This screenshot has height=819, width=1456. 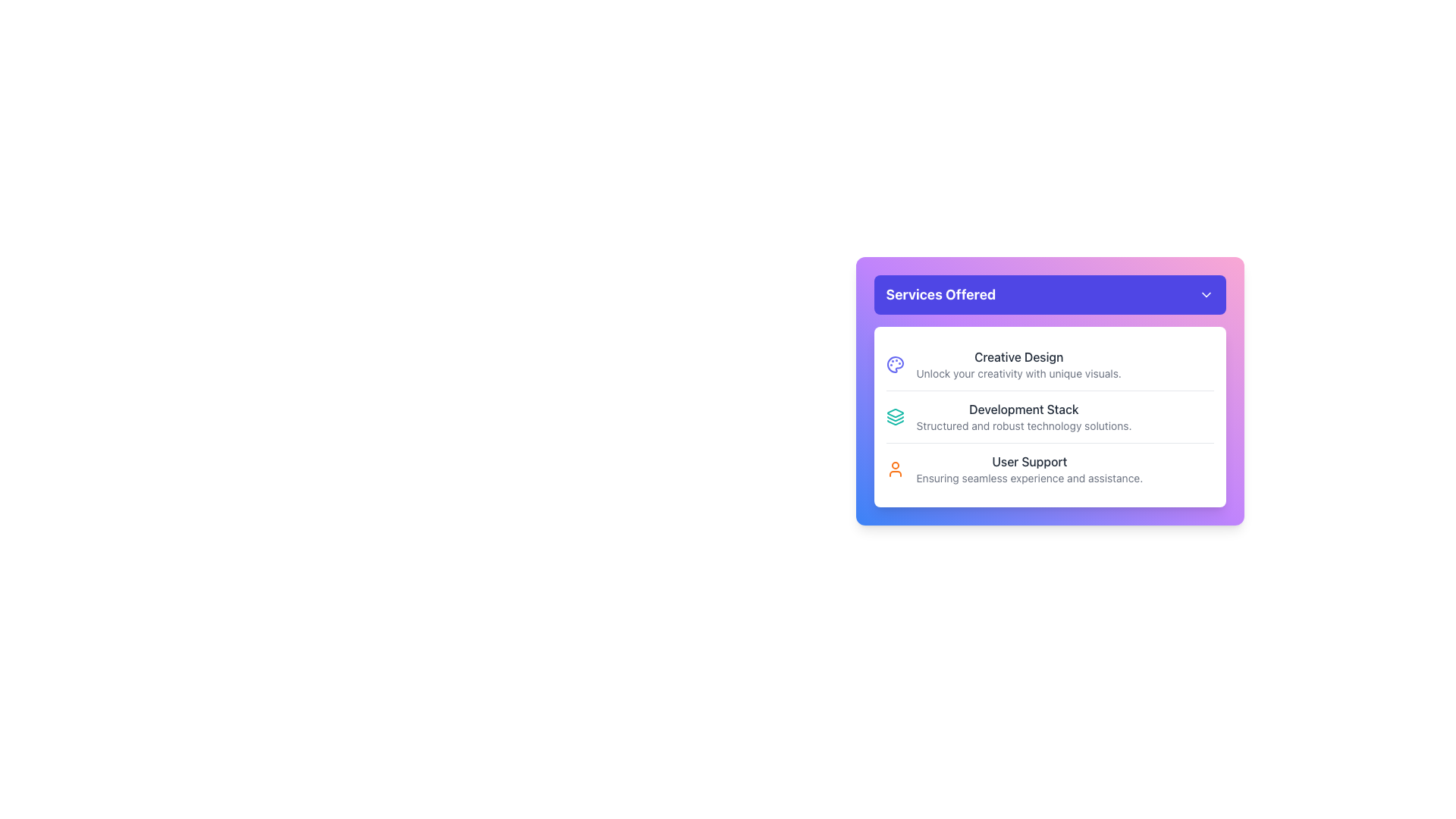 I want to click on the 'Creative Design' service icon, which is the first icon in the list and positioned to the left of the 'Creative Design' text, so click(x=895, y=365).